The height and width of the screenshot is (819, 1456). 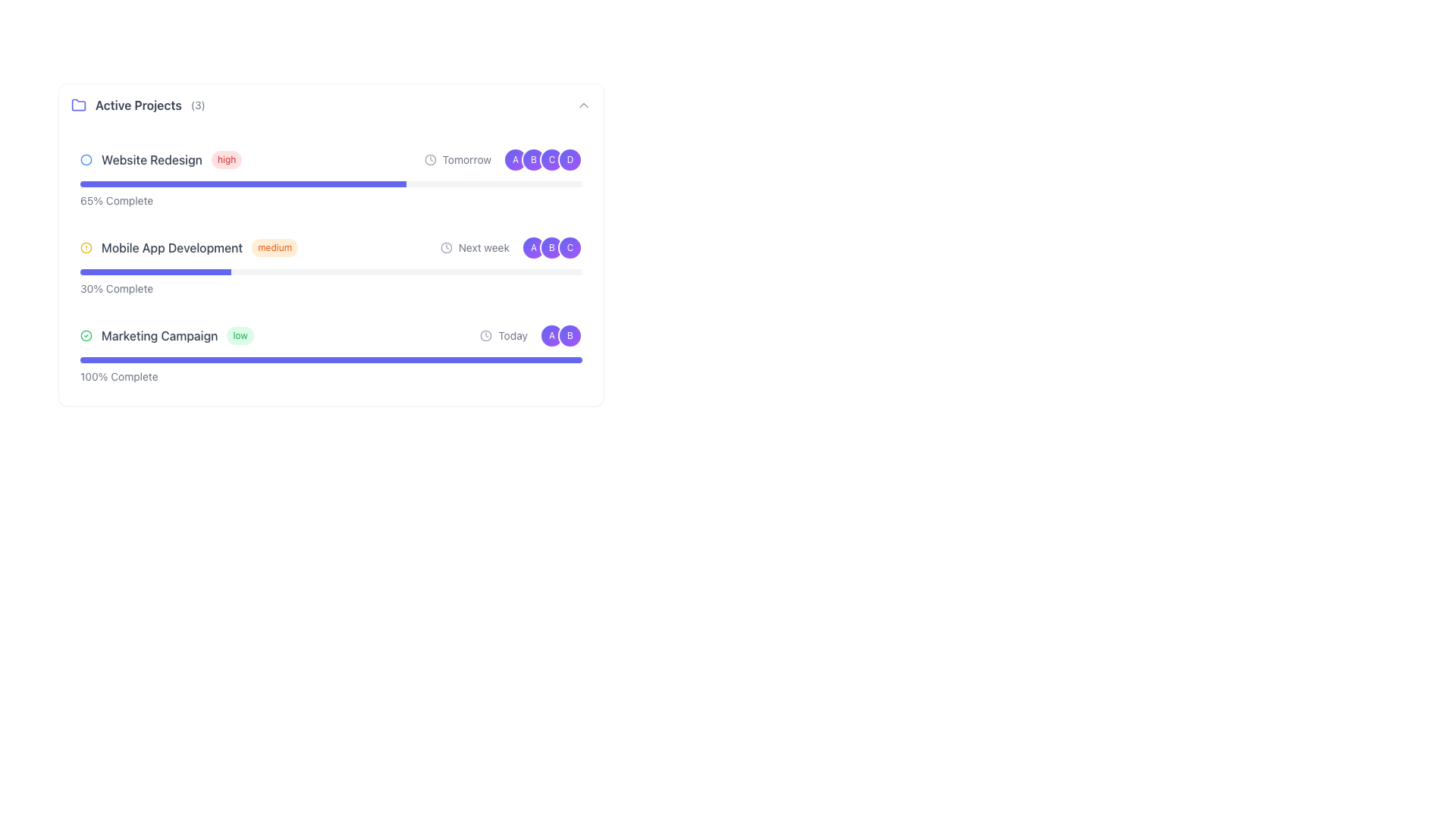 What do you see at coordinates (330, 359) in the screenshot?
I see `the progress bar located below the 'Marketing Campaign' section, which visually represents 100% completion` at bounding box center [330, 359].